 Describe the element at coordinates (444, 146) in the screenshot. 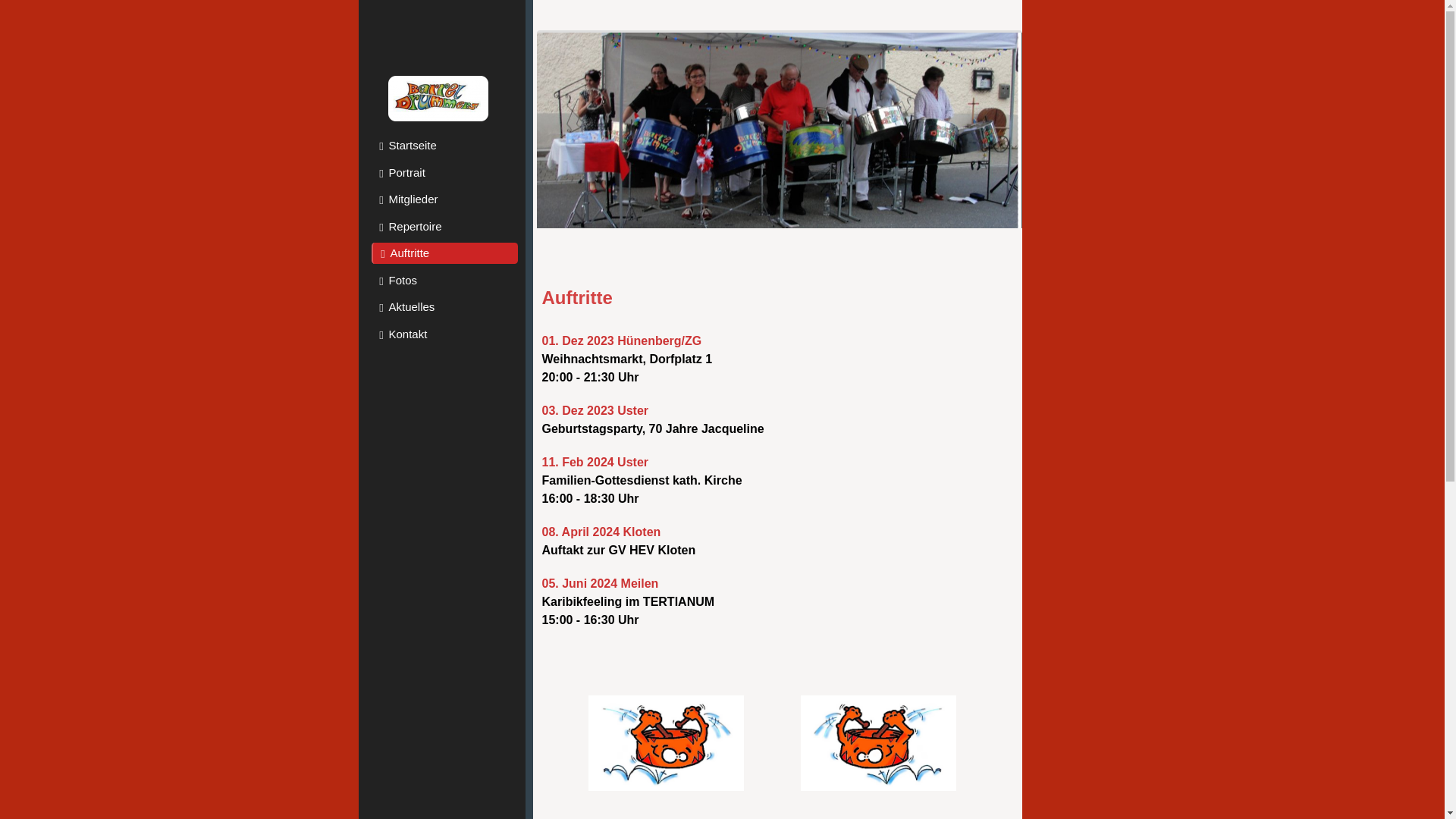

I see `'Startseite'` at that location.